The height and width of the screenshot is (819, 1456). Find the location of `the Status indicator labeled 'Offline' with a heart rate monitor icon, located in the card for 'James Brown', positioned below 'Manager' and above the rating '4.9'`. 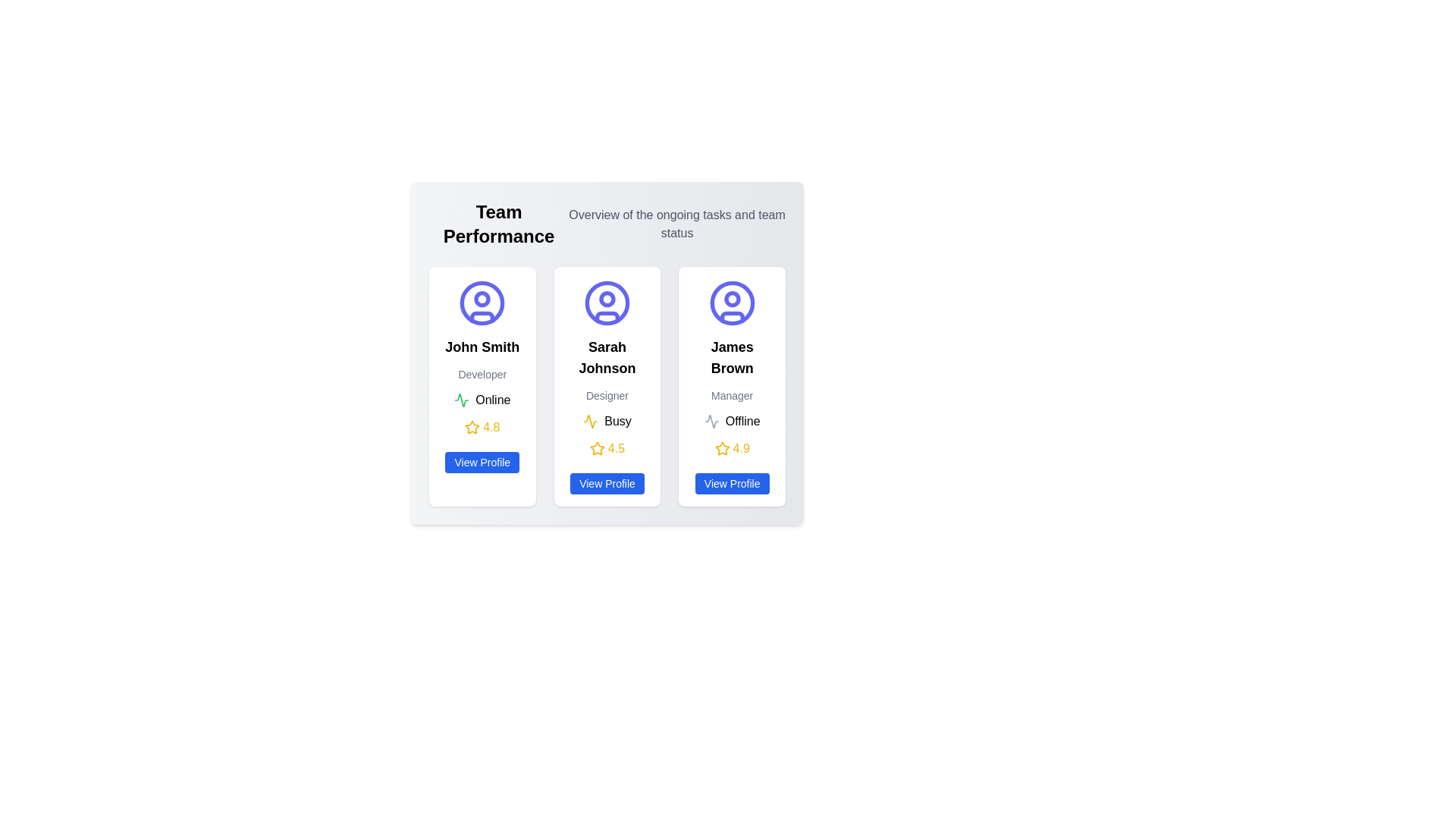

the Status indicator labeled 'Offline' with a heart rate monitor icon, located in the card for 'James Brown', positioned below 'Manager' and above the rating '4.9' is located at coordinates (732, 421).